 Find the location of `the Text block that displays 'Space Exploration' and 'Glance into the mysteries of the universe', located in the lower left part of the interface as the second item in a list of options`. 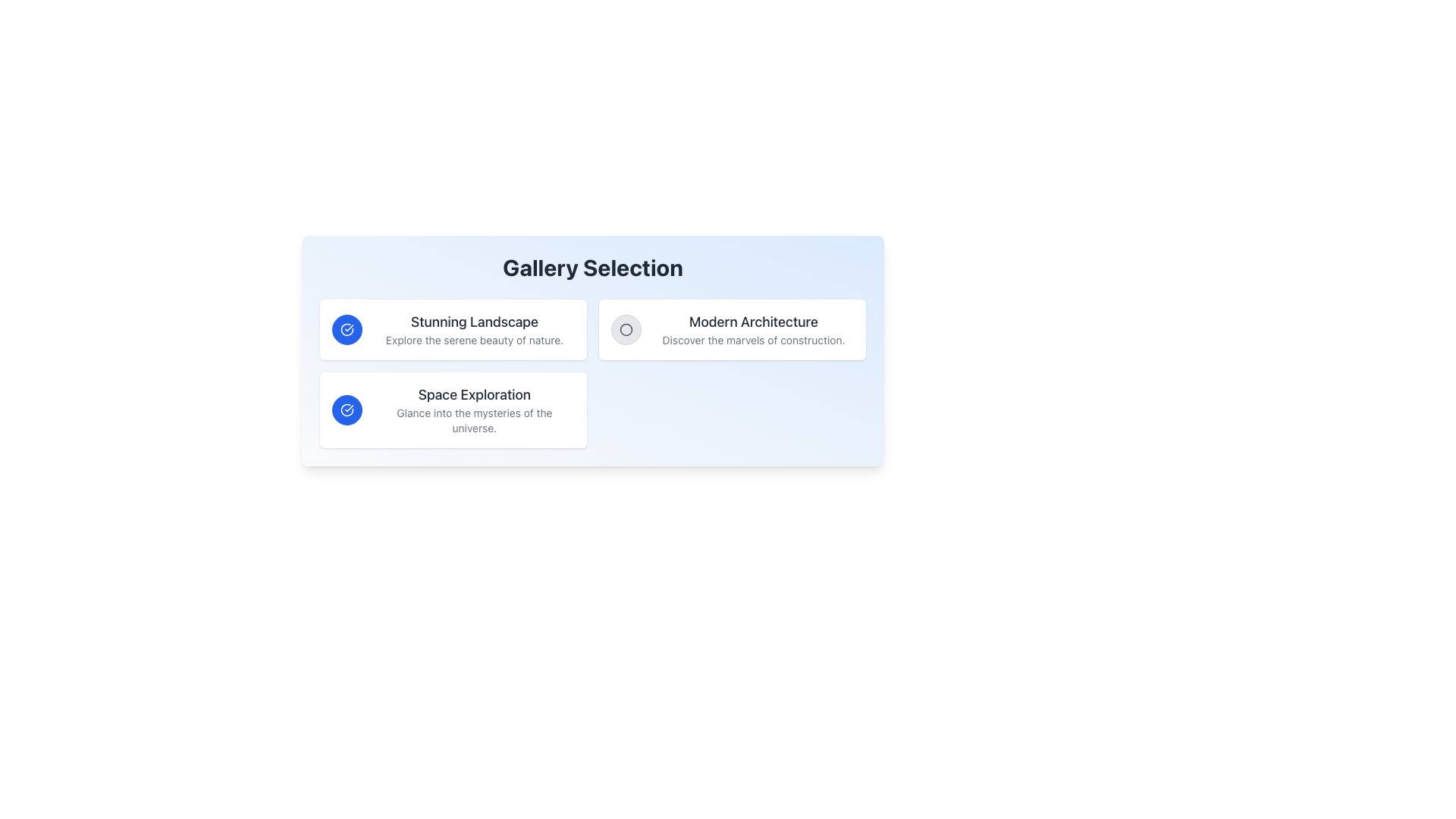

the Text block that displays 'Space Exploration' and 'Glance into the mysteries of the universe', located in the lower left part of the interface as the second item in a list of options is located at coordinates (473, 409).